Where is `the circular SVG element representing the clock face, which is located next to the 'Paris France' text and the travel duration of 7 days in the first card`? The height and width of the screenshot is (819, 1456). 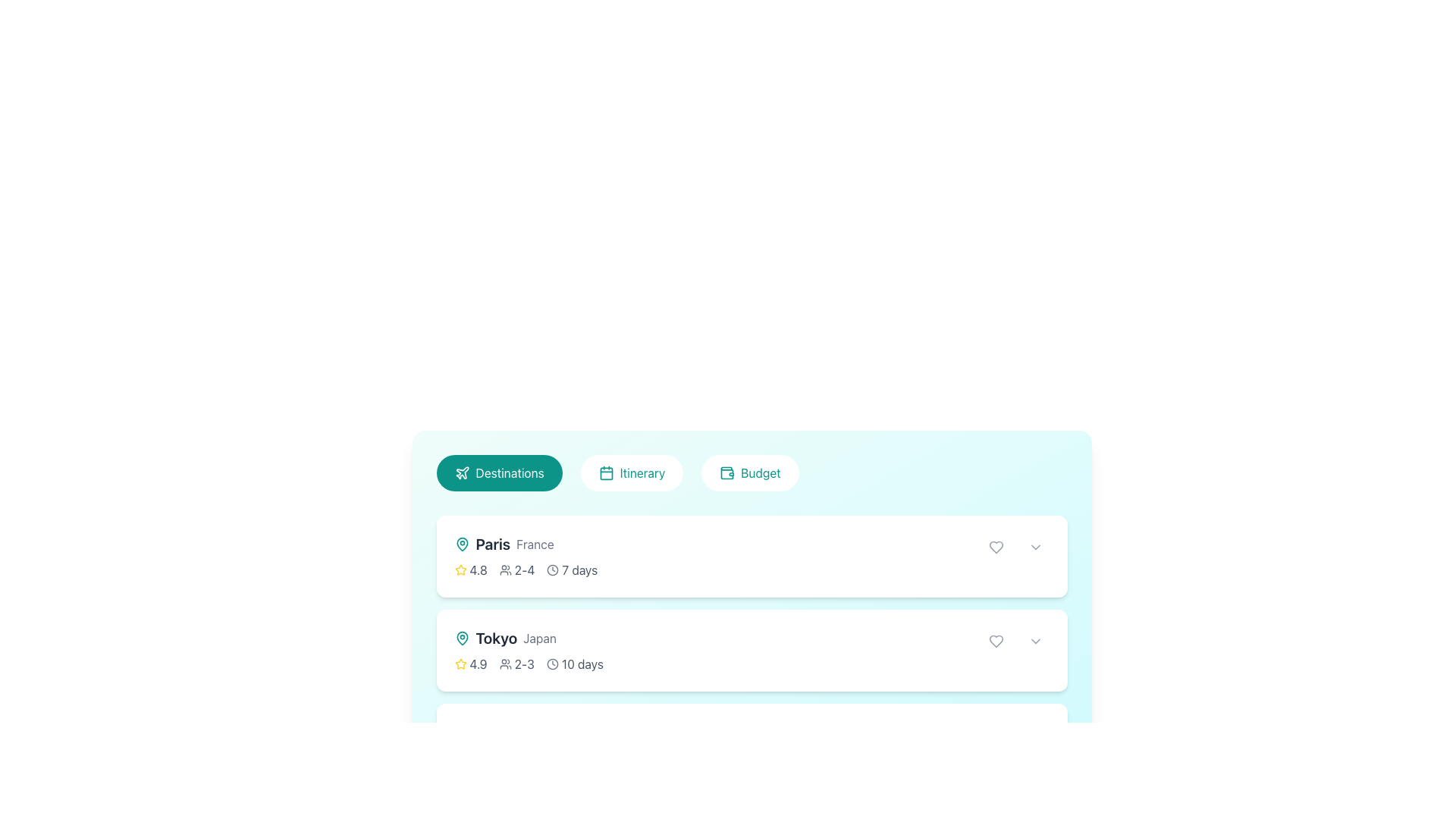
the circular SVG element representing the clock face, which is located next to the 'Paris France' text and the travel duration of 7 days in the first card is located at coordinates (552, 570).